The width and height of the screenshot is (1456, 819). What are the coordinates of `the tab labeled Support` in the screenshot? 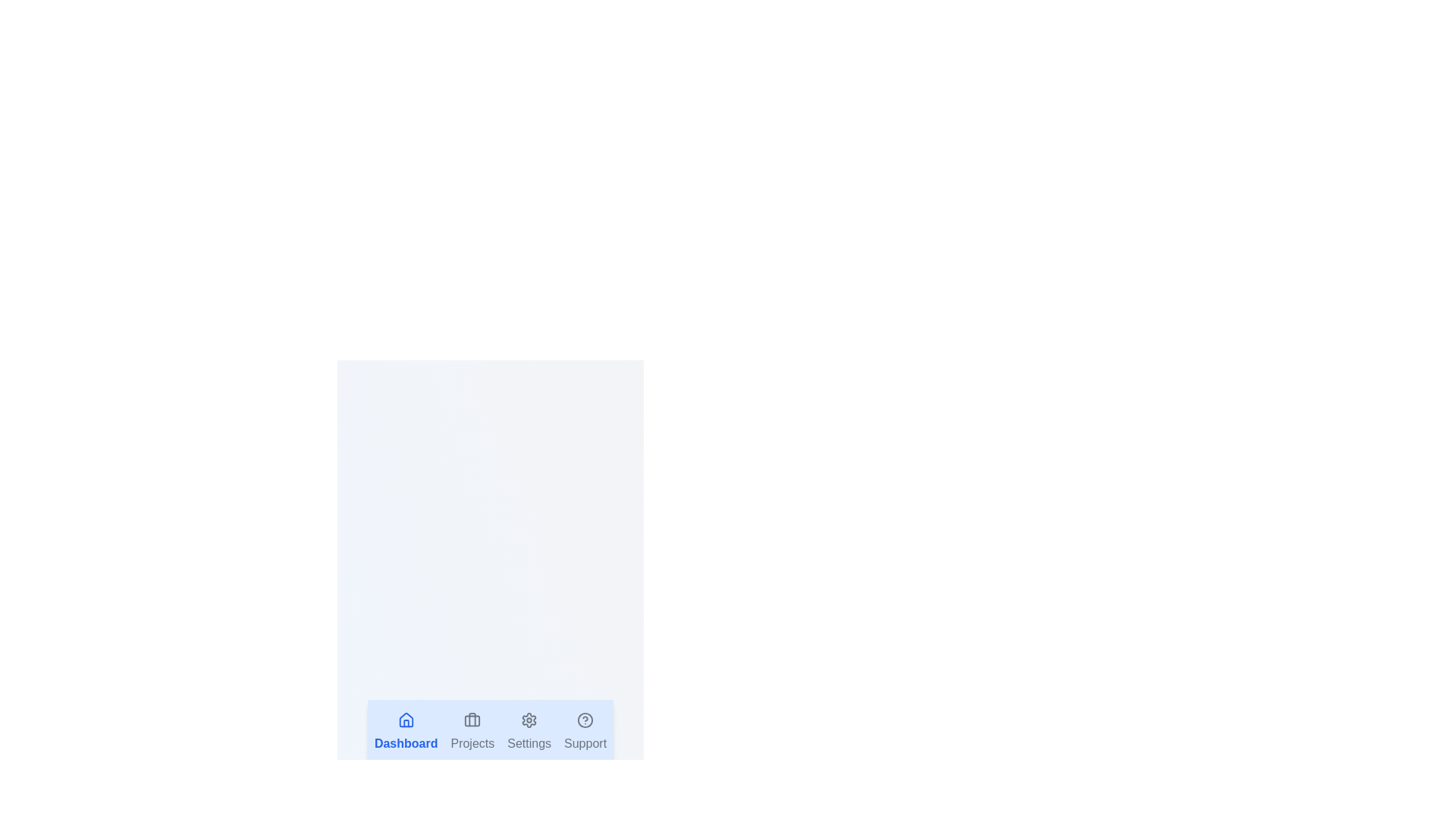 It's located at (585, 731).